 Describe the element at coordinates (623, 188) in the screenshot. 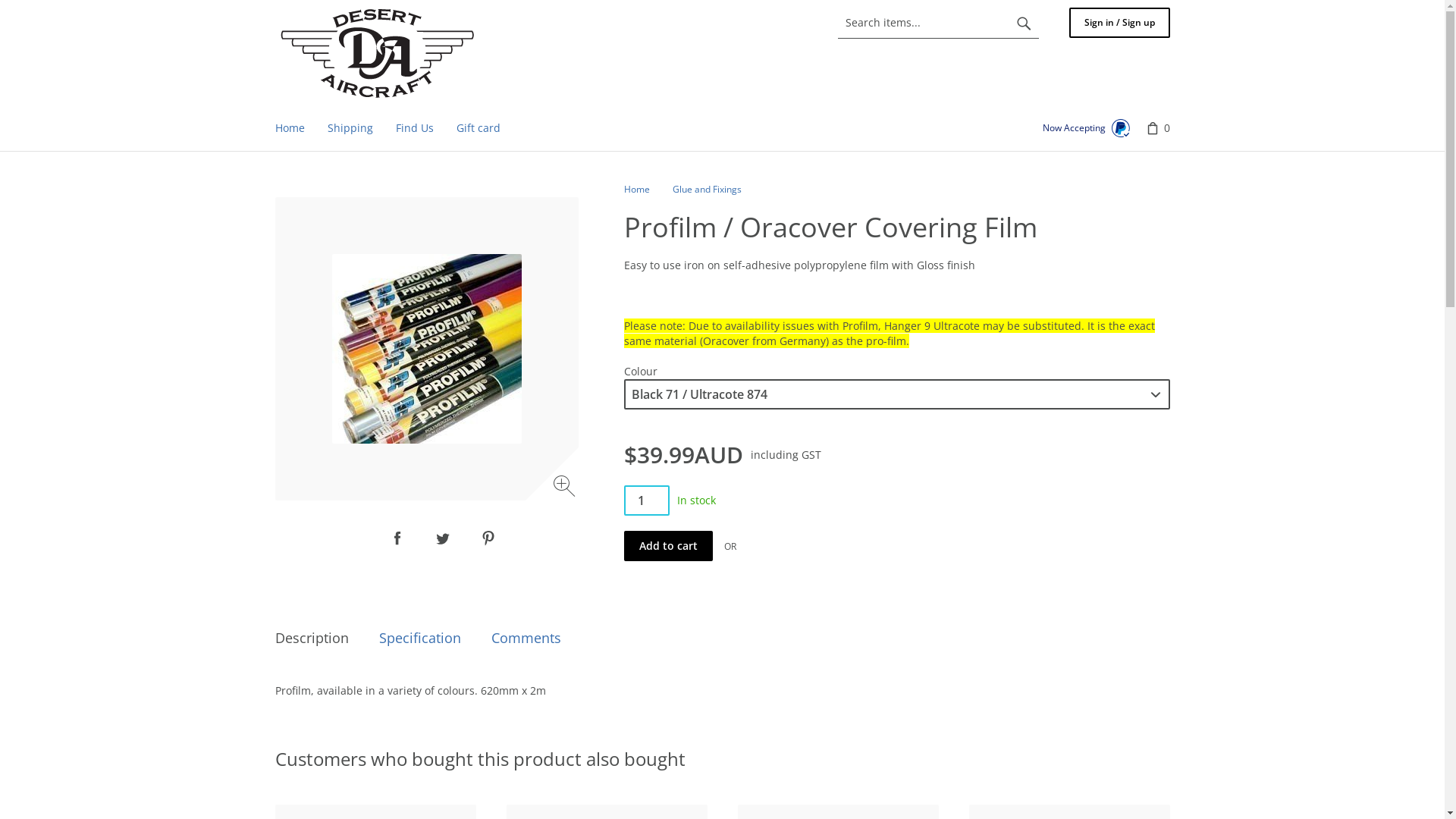

I see `'Home'` at that location.